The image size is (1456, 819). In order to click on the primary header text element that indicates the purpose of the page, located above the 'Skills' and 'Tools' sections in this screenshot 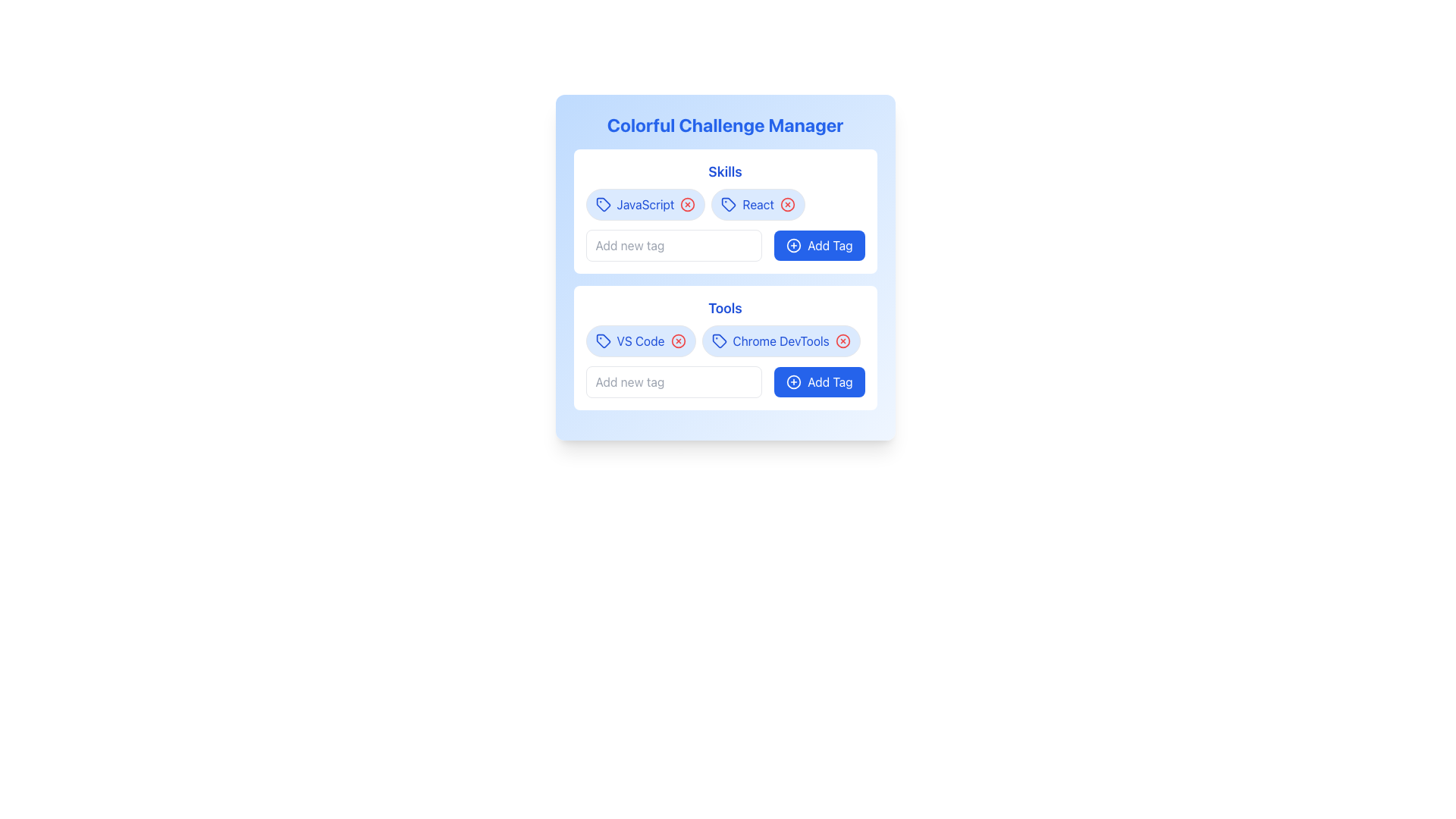, I will do `click(724, 124)`.